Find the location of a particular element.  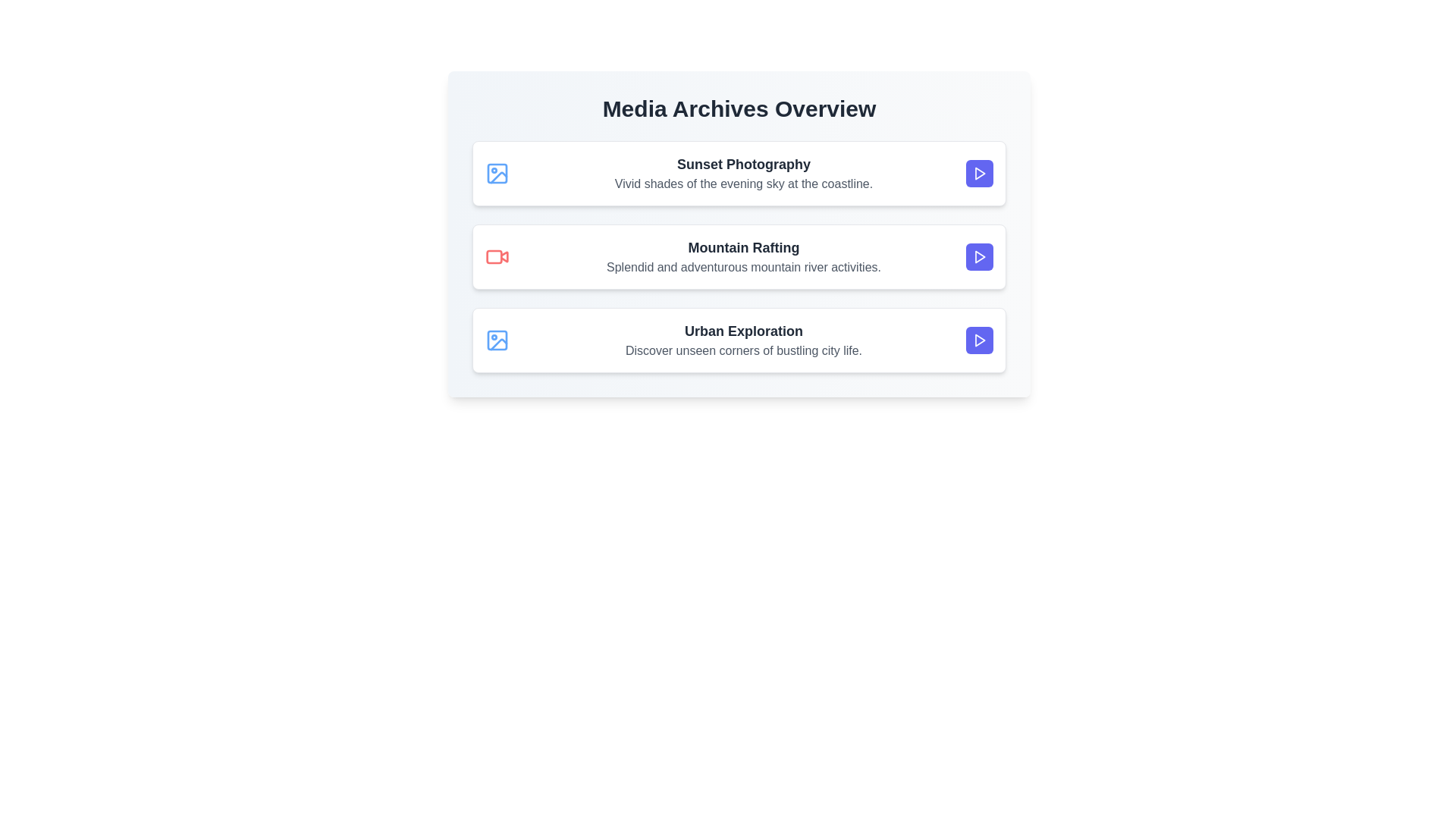

the media item corresponding to Sunset Photography is located at coordinates (739, 172).